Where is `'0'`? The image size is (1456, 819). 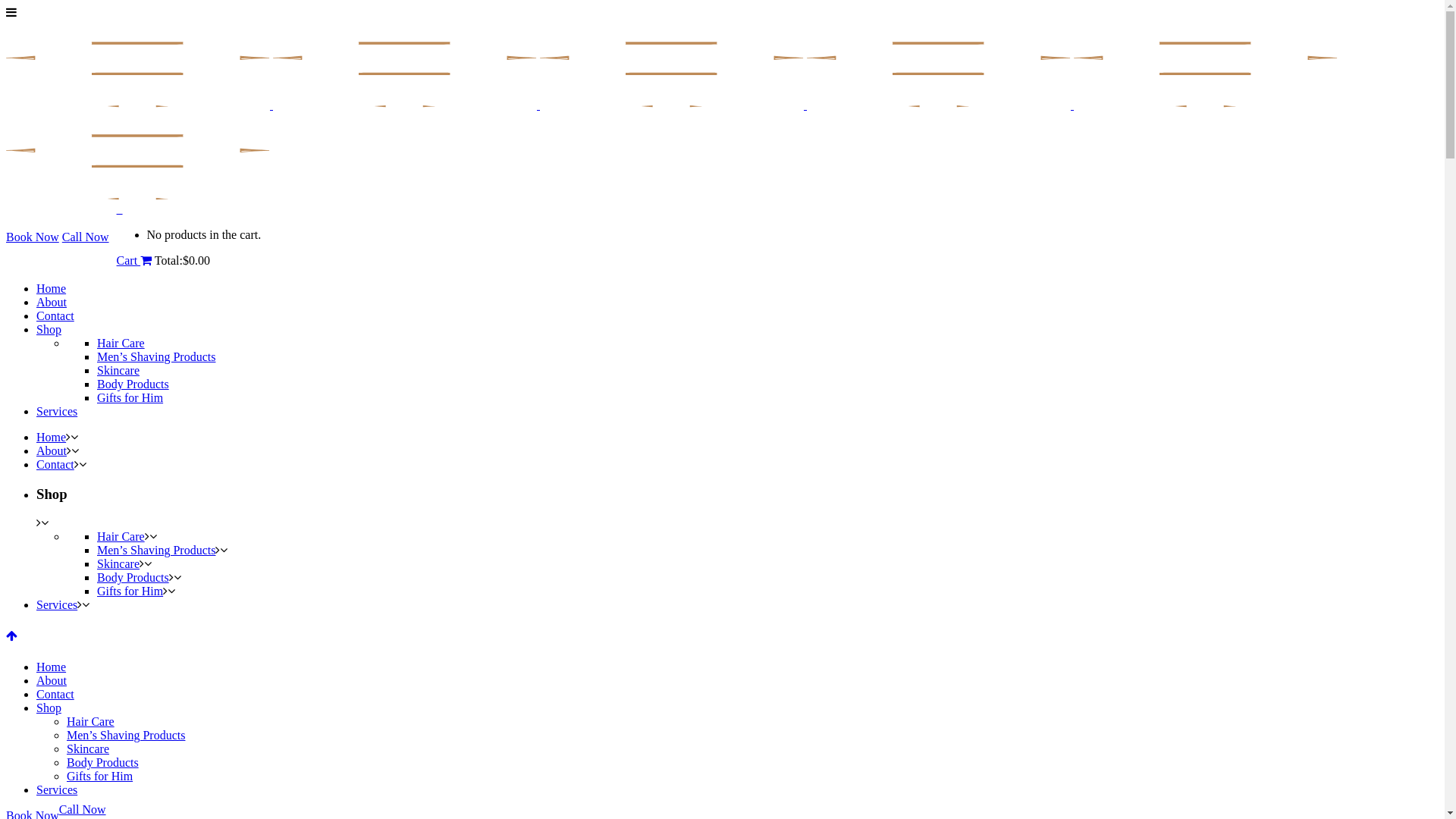
'0' is located at coordinates (119, 209).